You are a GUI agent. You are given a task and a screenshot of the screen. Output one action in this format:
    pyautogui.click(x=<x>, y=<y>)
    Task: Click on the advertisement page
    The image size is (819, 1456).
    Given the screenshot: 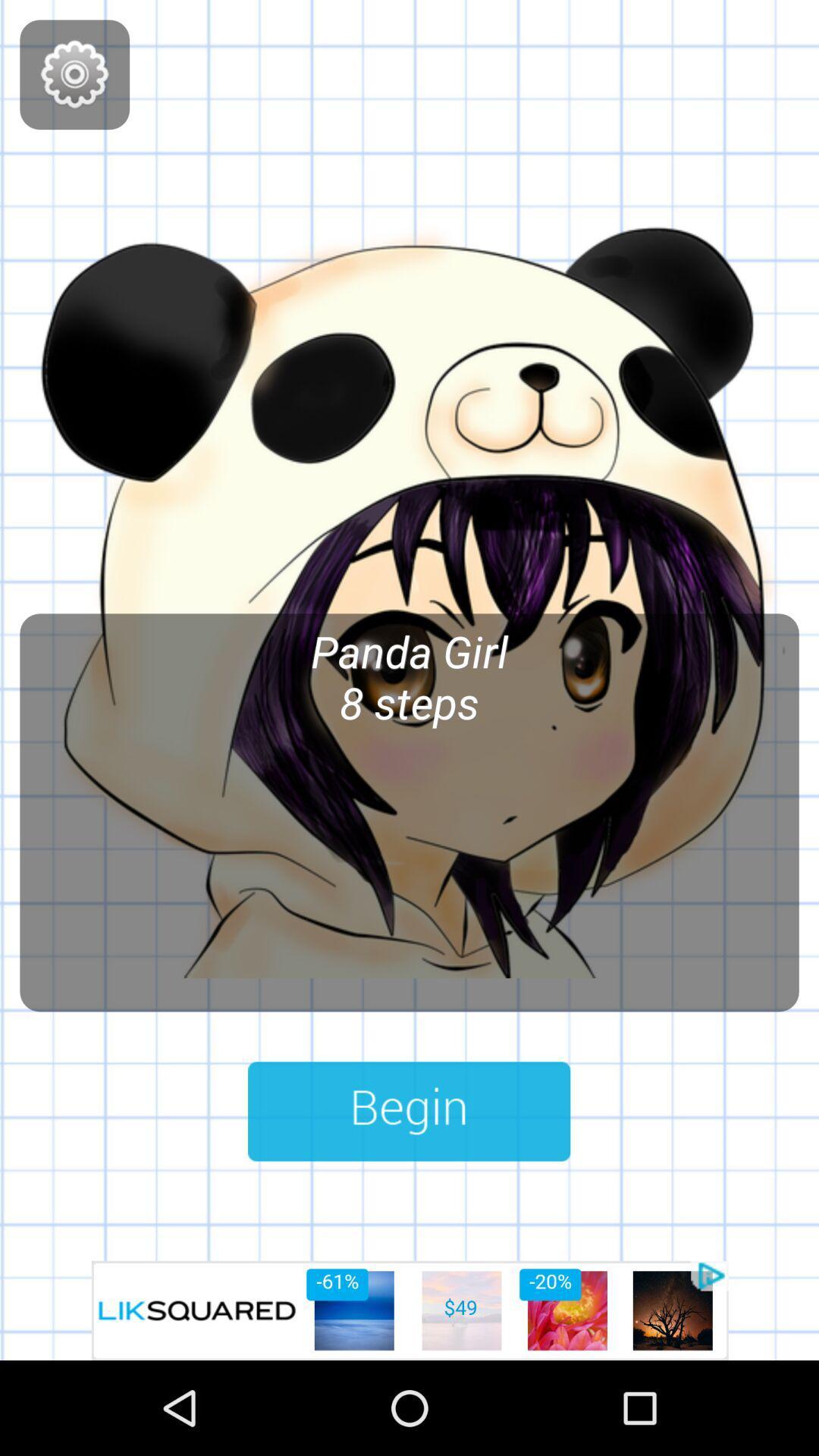 What is the action you would take?
    pyautogui.click(x=409, y=1310)
    